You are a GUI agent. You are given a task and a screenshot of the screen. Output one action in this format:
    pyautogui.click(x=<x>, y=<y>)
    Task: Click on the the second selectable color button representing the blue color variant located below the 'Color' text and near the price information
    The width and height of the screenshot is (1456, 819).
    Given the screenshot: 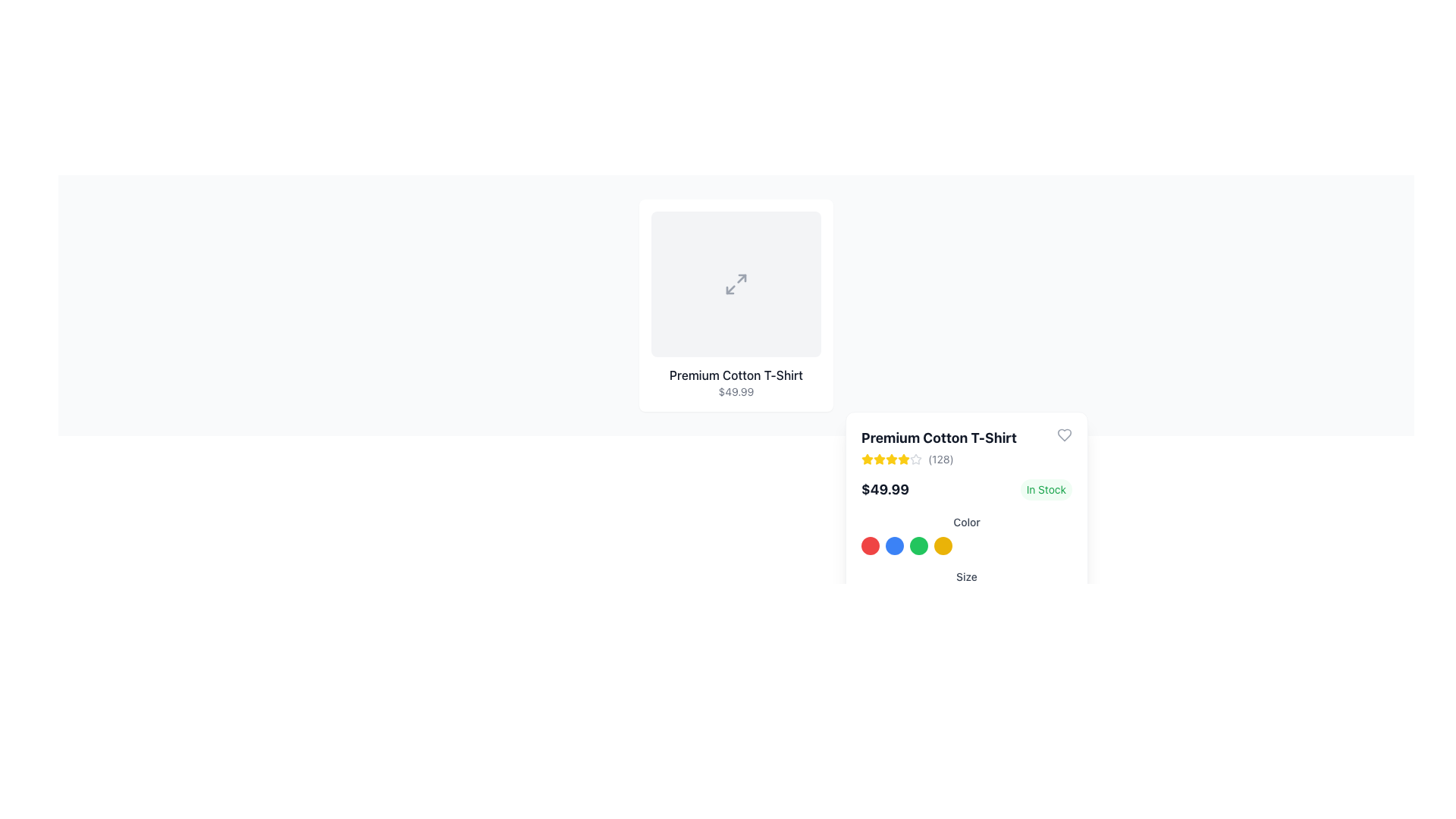 What is the action you would take?
    pyautogui.click(x=895, y=546)
    